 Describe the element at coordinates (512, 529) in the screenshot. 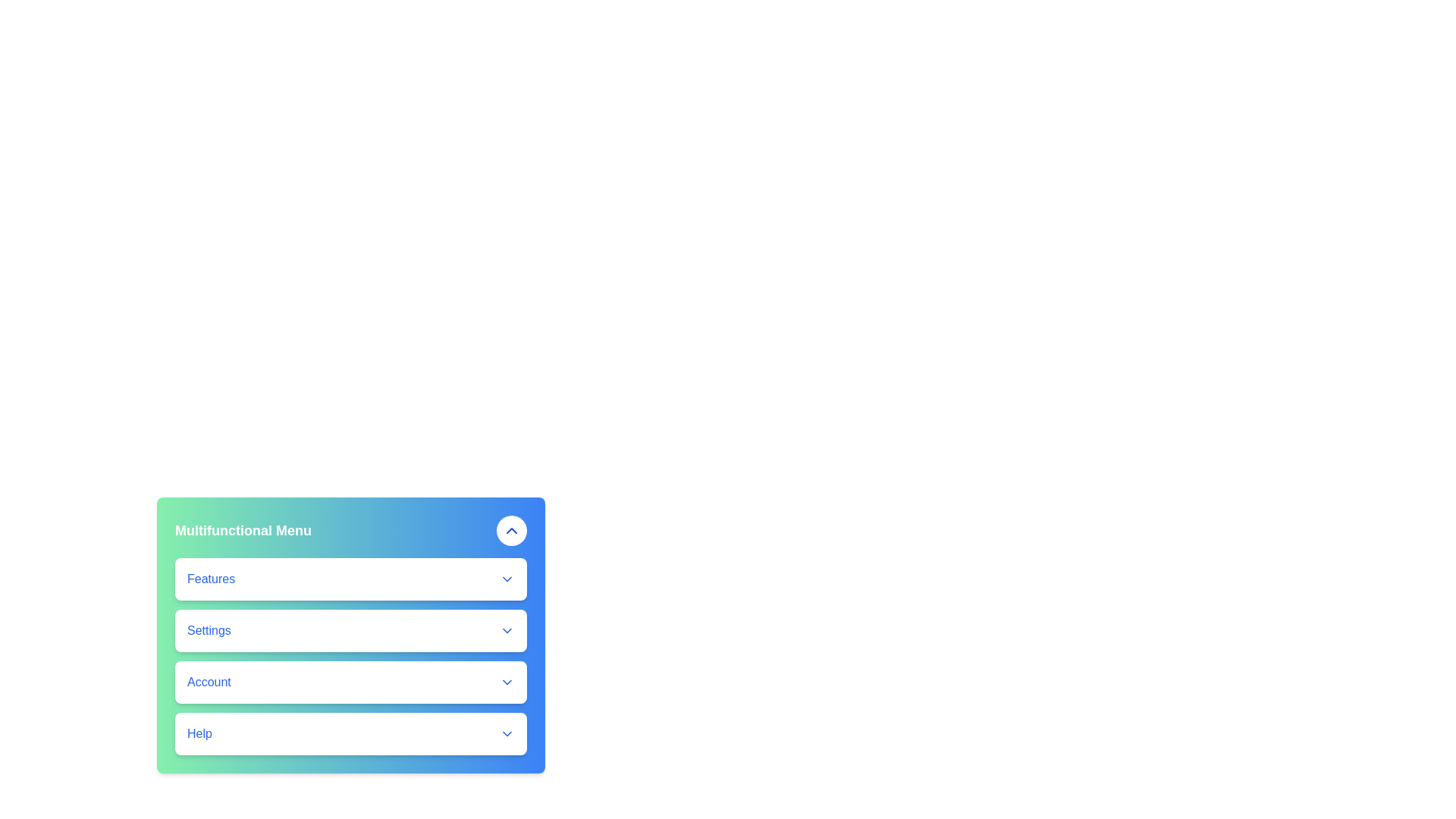

I see `the button located at the top-right corner of the 'Multifunctional Menu'` at that location.